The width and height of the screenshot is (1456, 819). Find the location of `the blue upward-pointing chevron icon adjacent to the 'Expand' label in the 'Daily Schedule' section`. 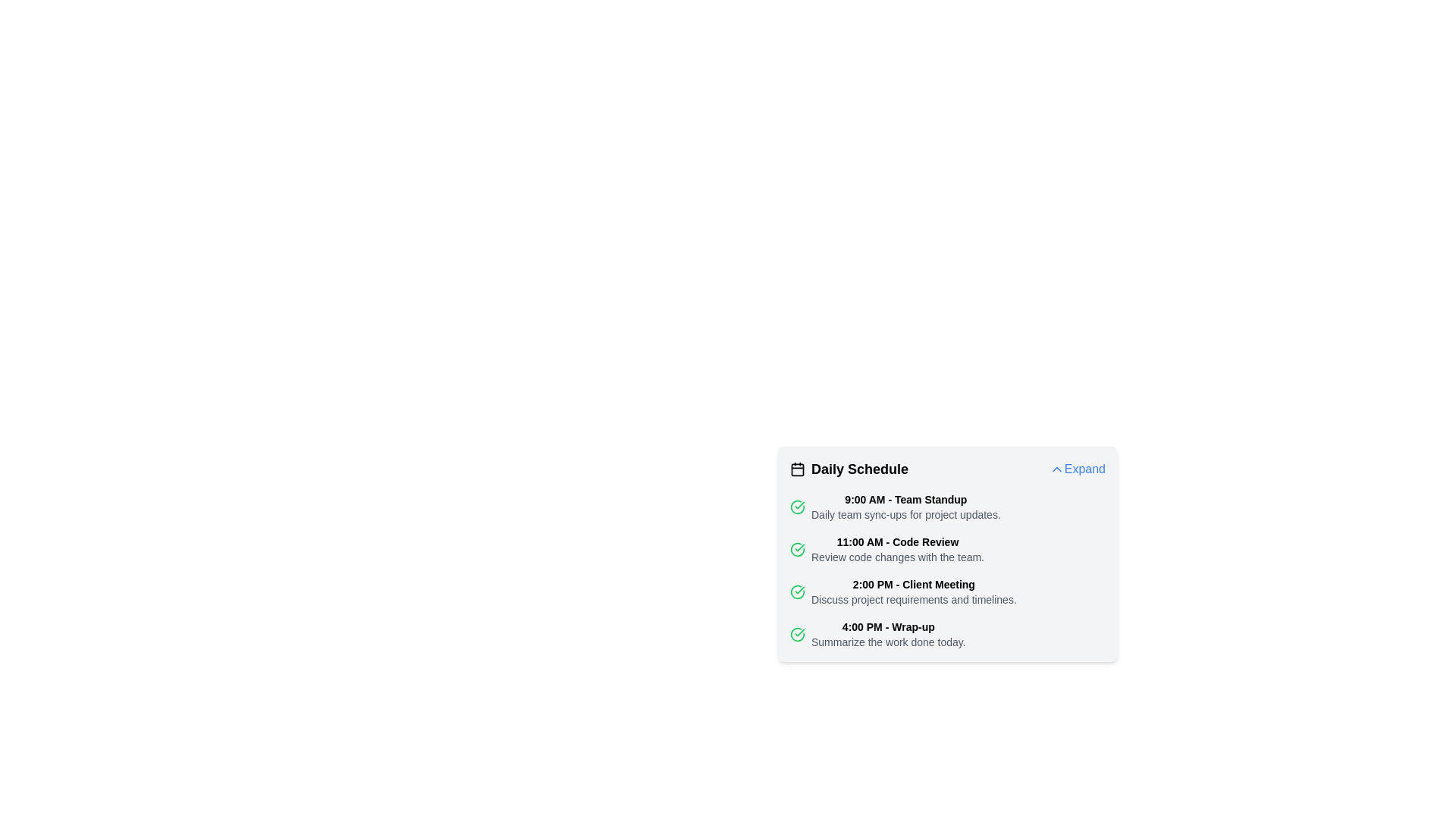

the blue upward-pointing chevron icon adjacent to the 'Expand' label in the 'Daily Schedule' section is located at coordinates (1056, 468).